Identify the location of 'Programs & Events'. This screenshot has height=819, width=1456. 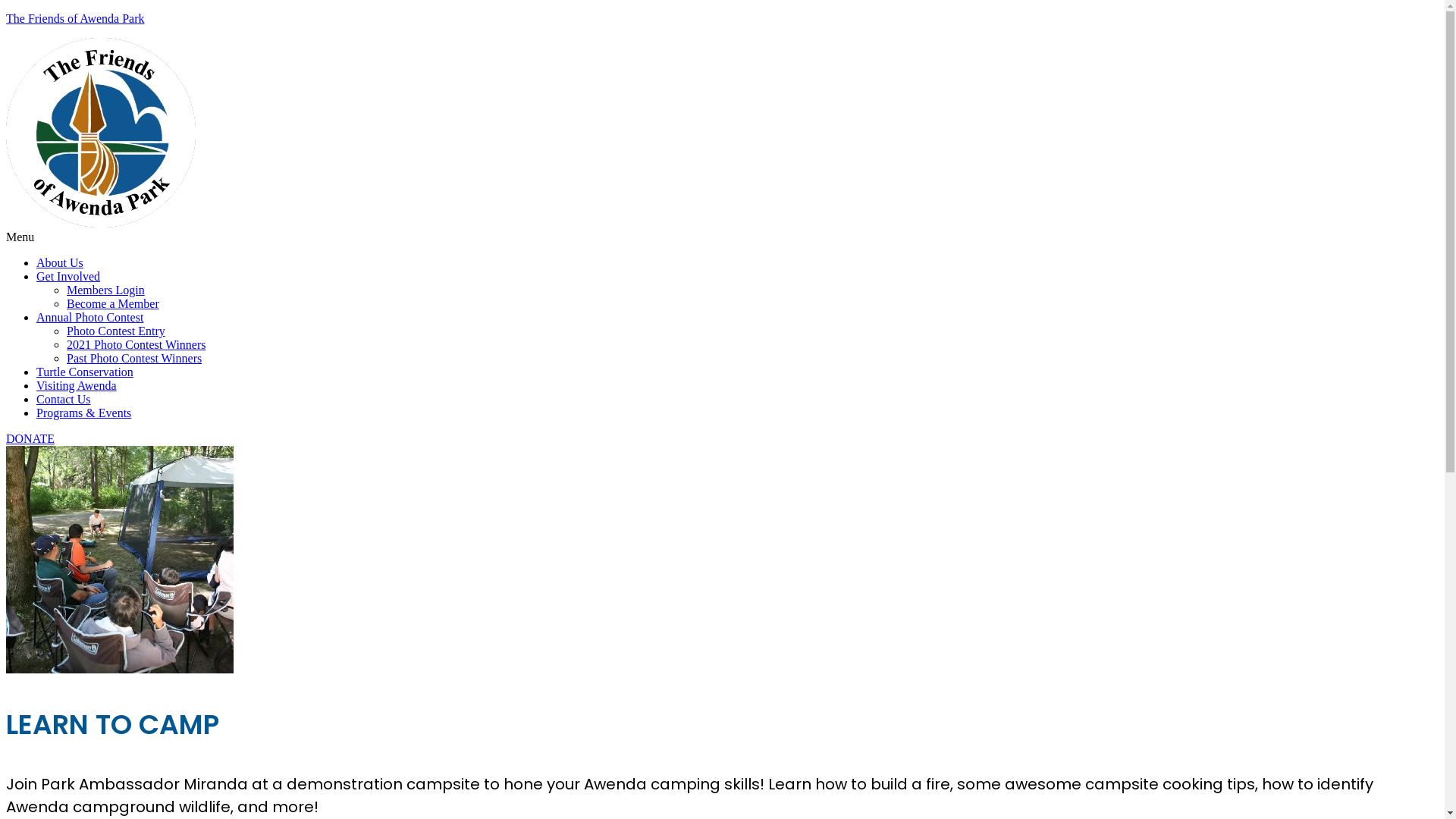
(83, 413).